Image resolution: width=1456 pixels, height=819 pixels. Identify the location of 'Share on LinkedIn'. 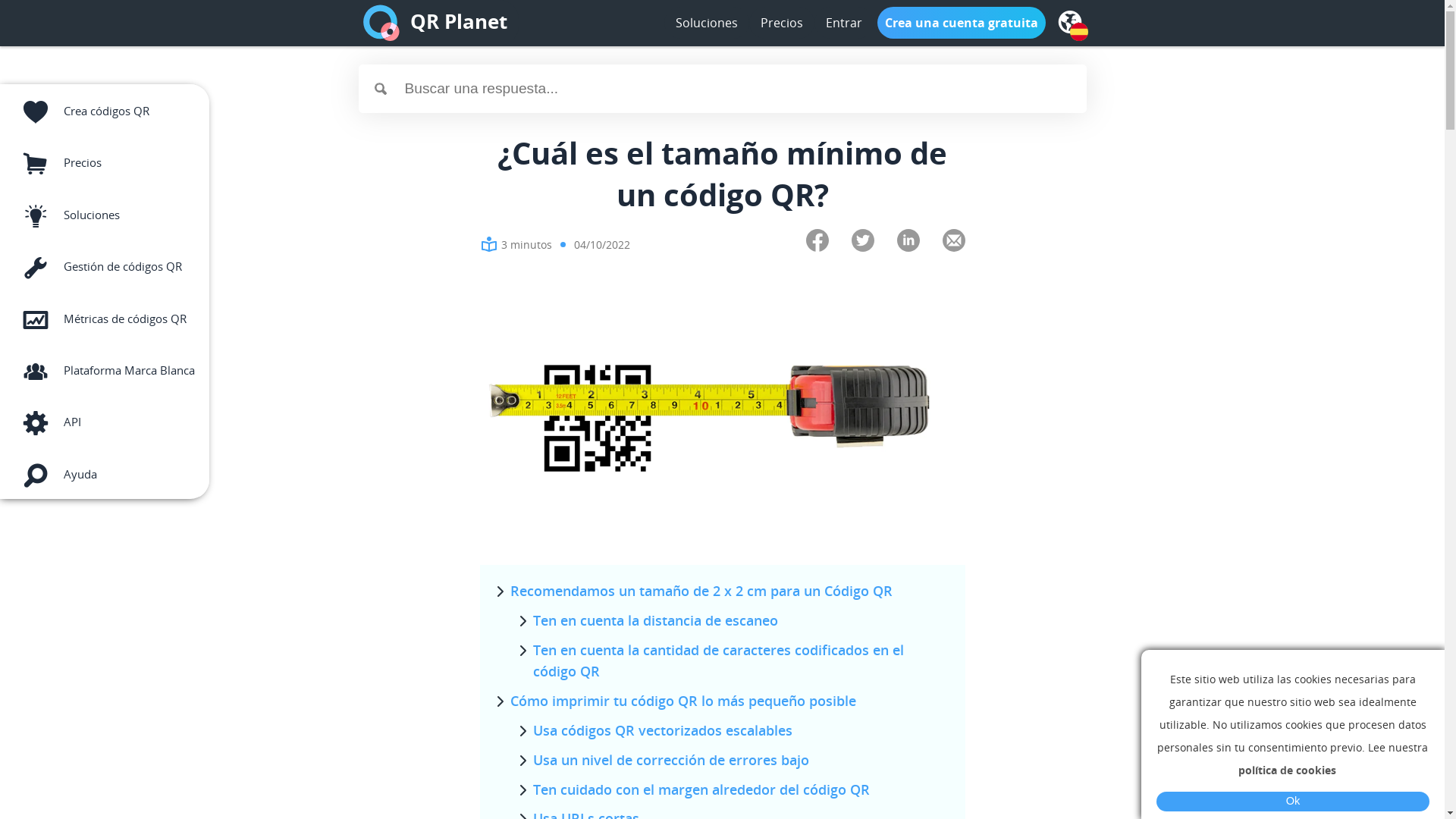
(896, 241).